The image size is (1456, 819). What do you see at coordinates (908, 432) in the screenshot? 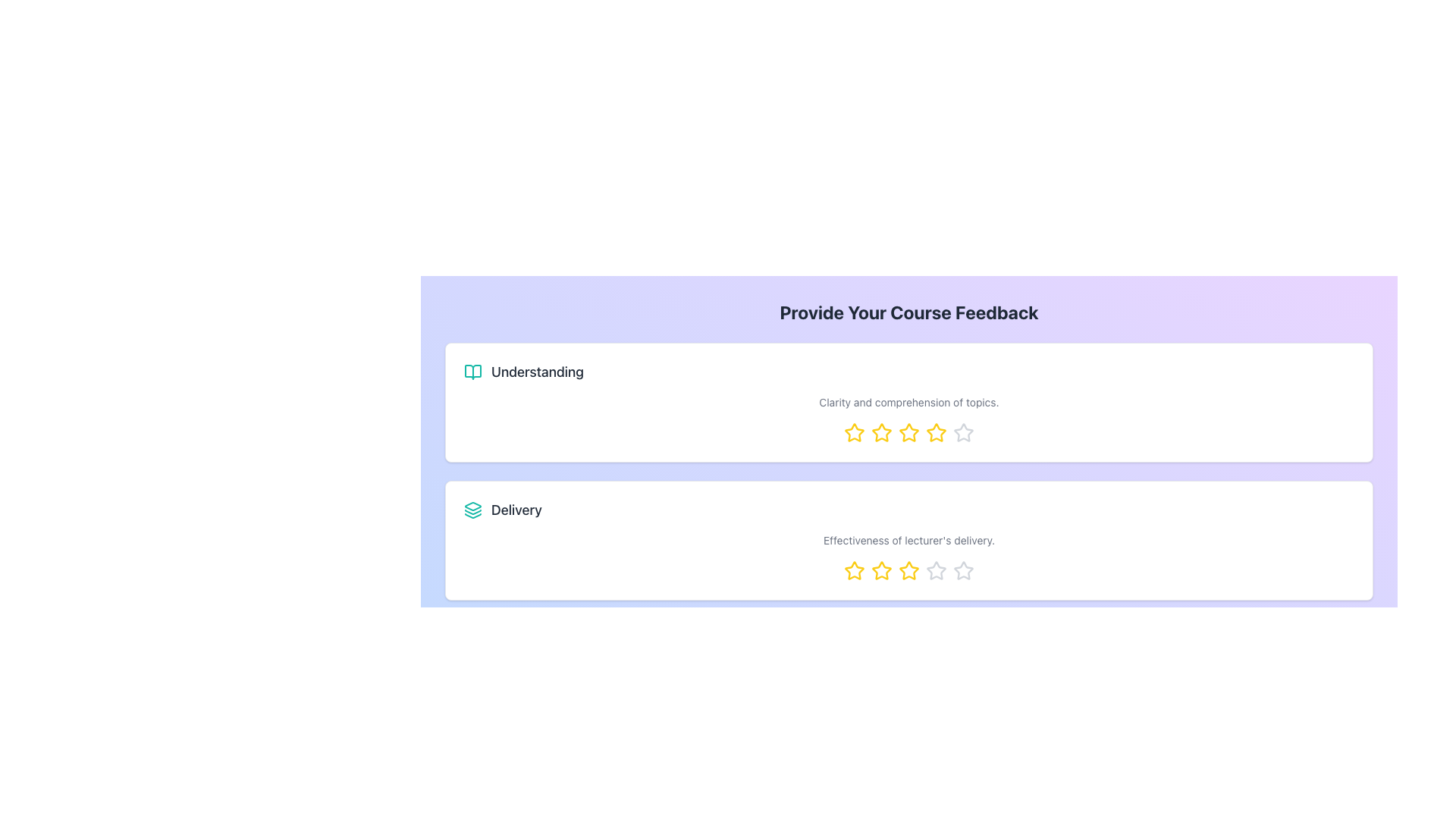
I see `the fourth star-shaped icon with a yellow outline and white fill in the 'Understanding' feedback row to rate it` at bounding box center [908, 432].